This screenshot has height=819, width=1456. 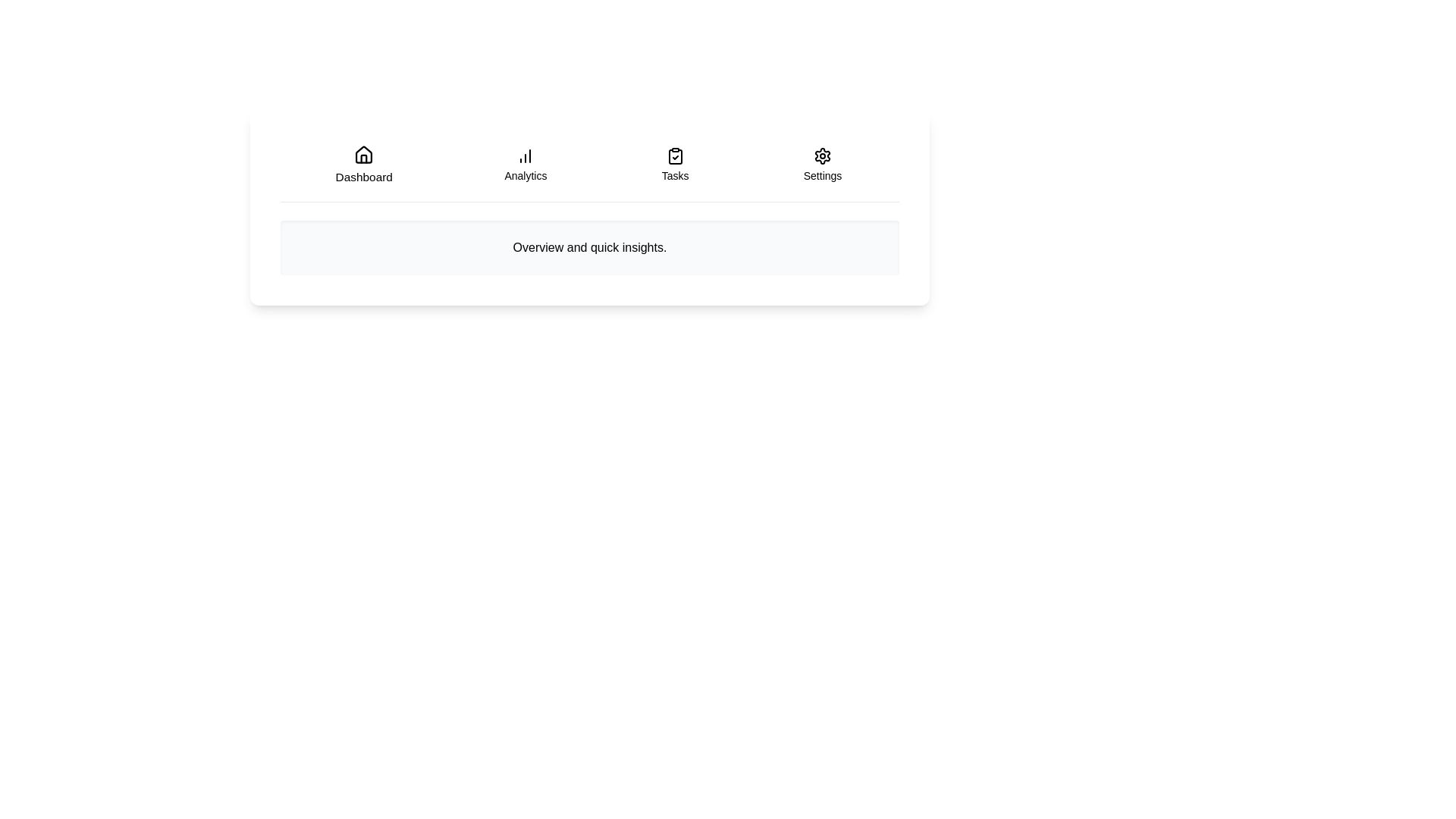 What do you see at coordinates (821, 174) in the screenshot?
I see `the 'Settings' text label located in the navigation toolbar` at bounding box center [821, 174].